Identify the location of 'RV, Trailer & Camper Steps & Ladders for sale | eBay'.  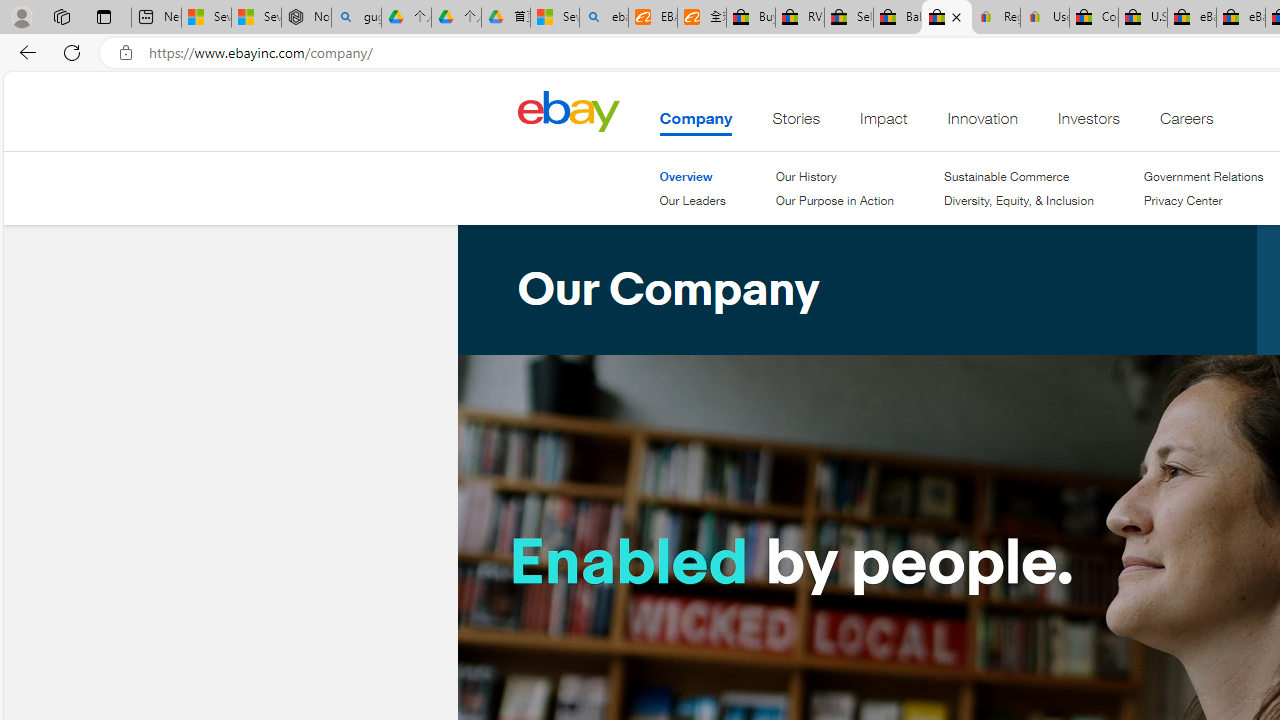
(800, 17).